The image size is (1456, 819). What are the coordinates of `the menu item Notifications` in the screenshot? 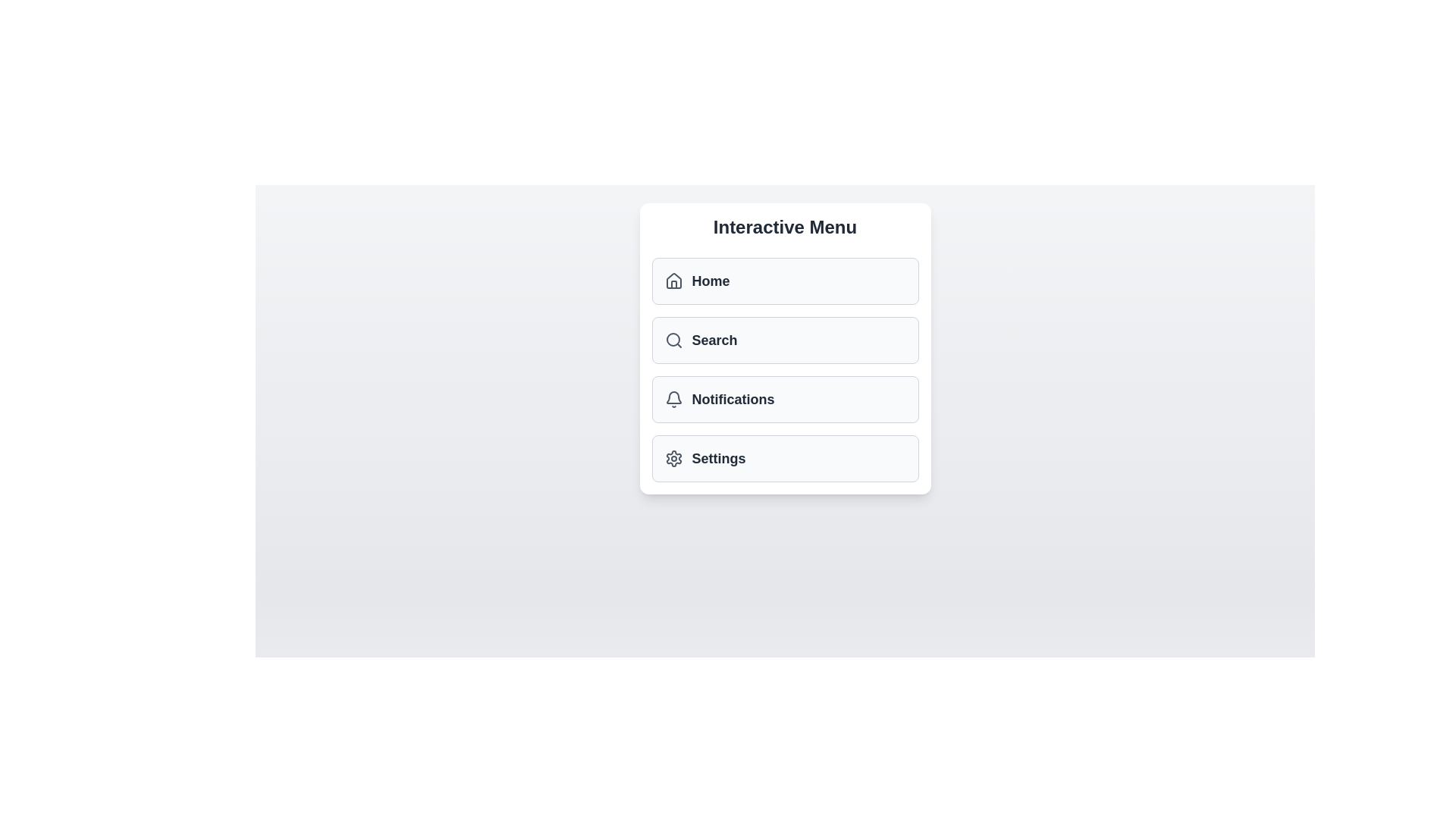 It's located at (785, 399).